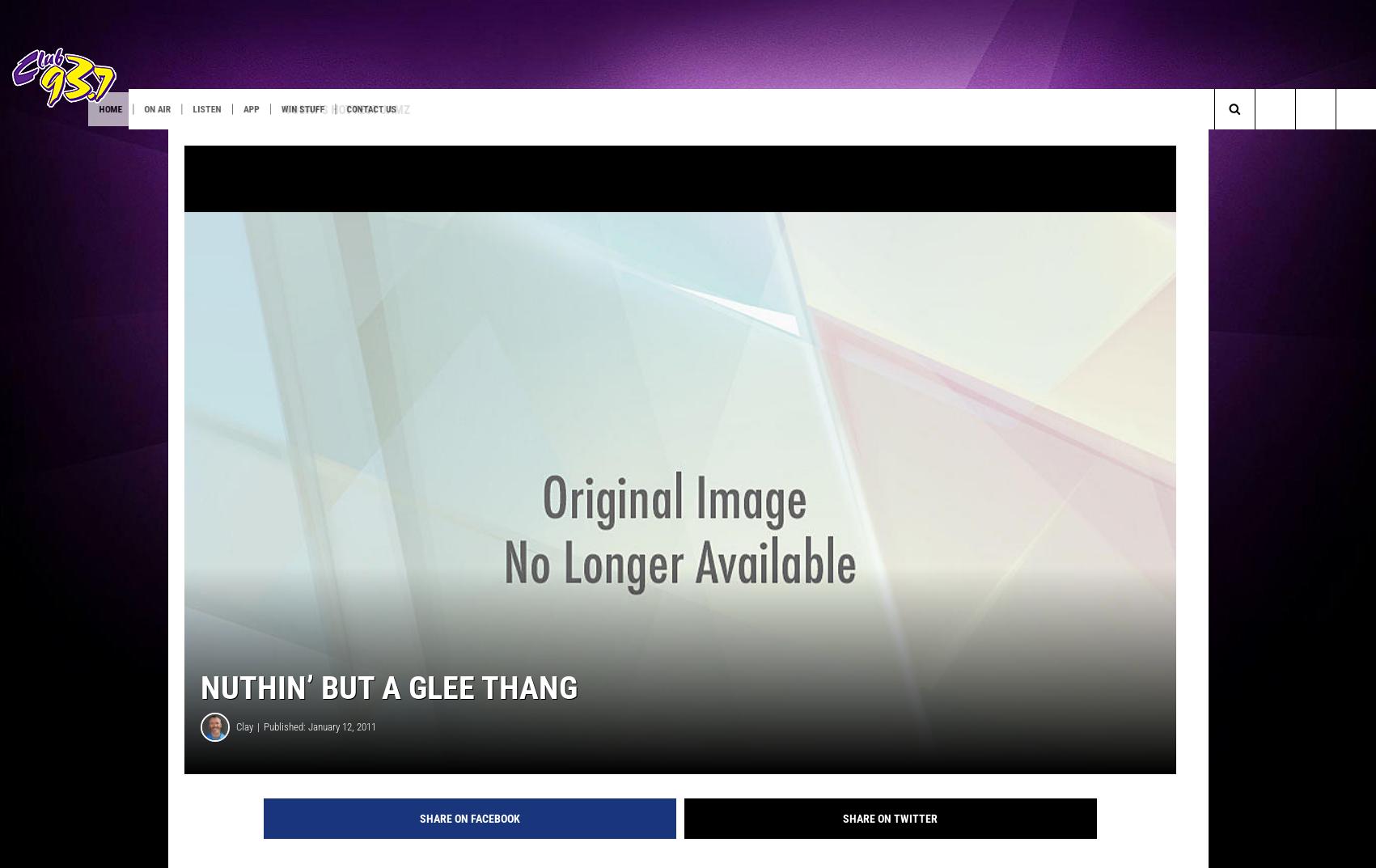  I want to click on 'TODAY'S HOTTEST JAMZ', so click(393, 108).